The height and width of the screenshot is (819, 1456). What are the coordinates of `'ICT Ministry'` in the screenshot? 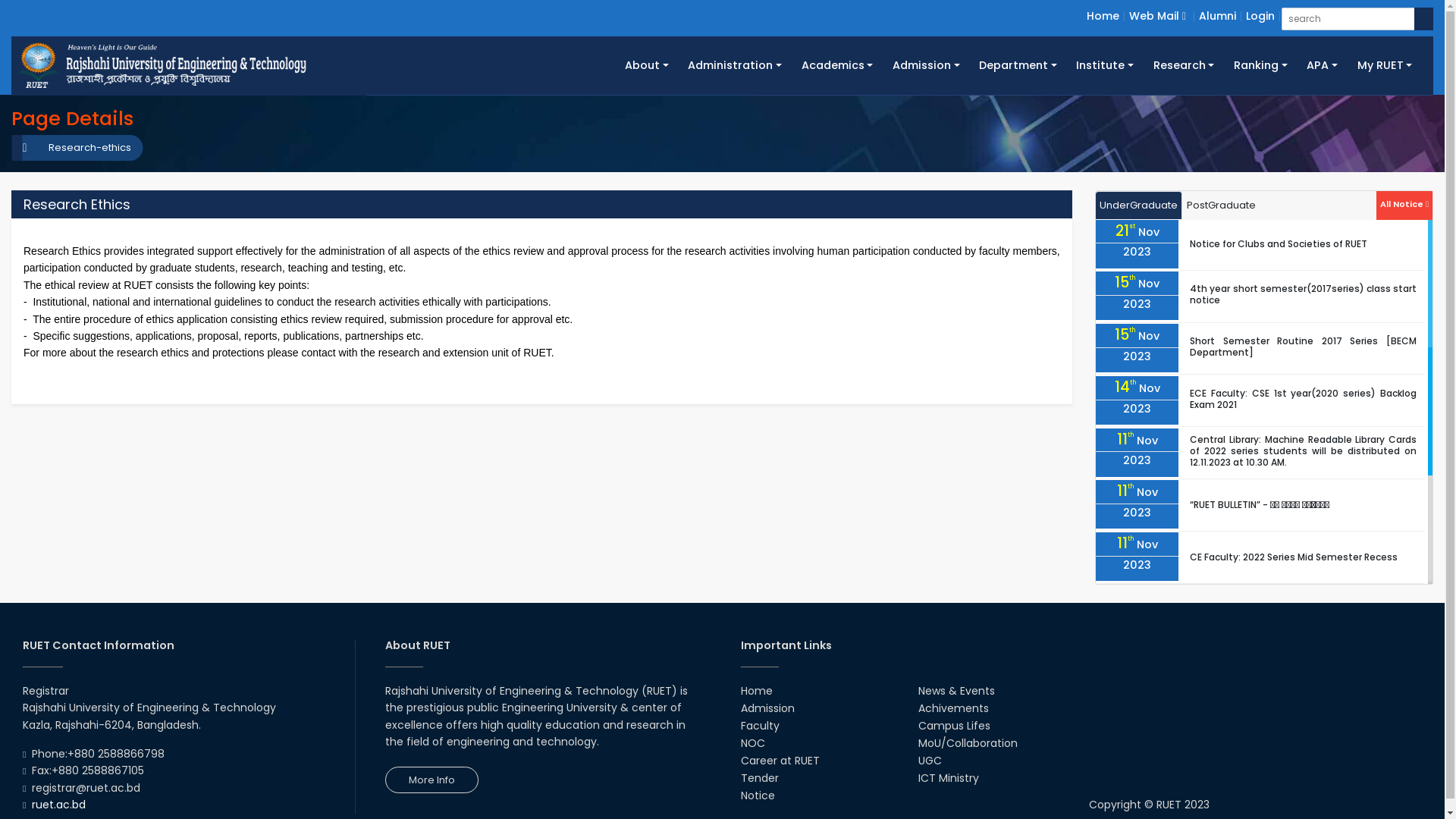 It's located at (948, 778).